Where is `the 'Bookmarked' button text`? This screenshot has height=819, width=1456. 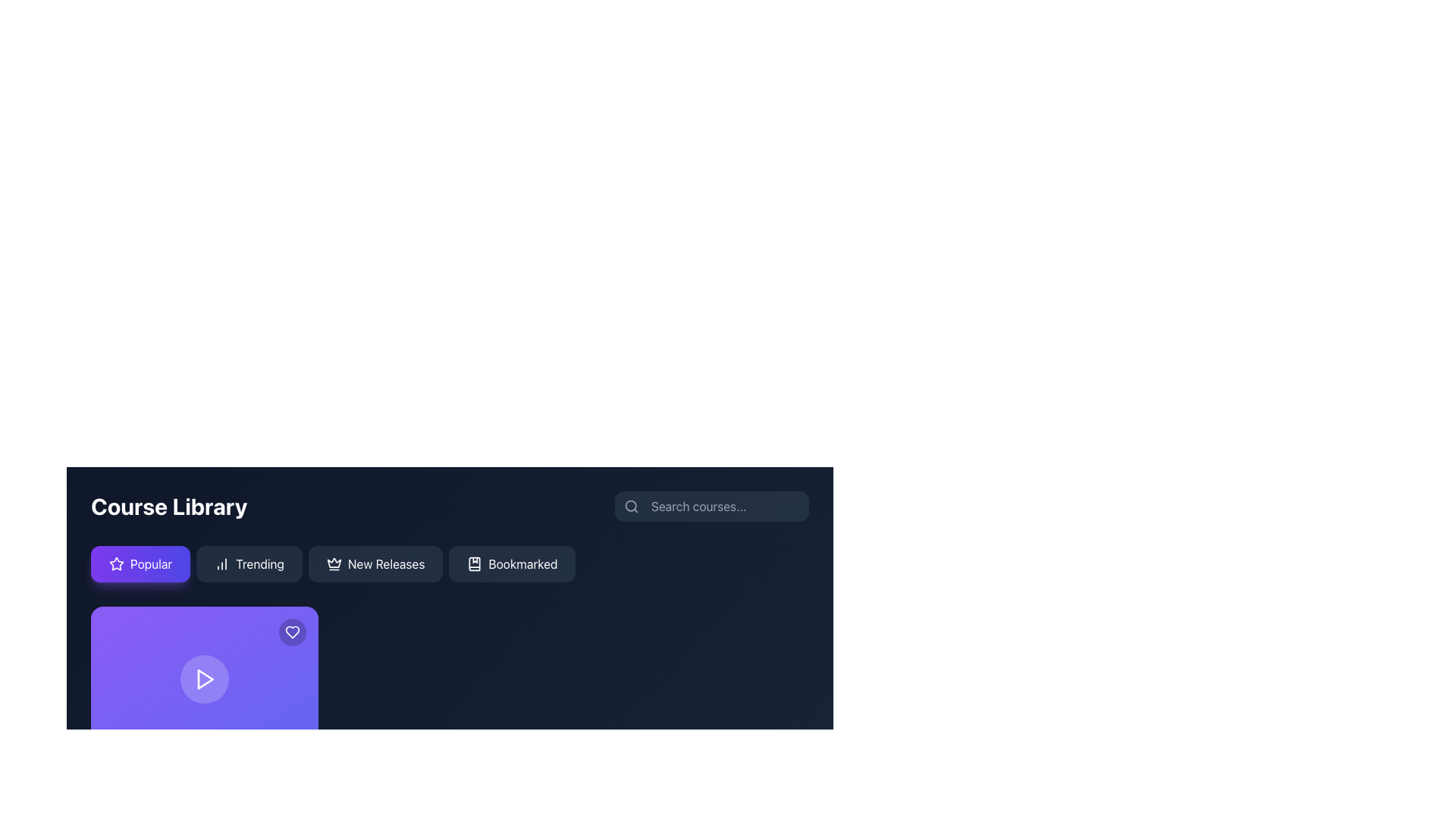 the 'Bookmarked' button text is located at coordinates (522, 564).